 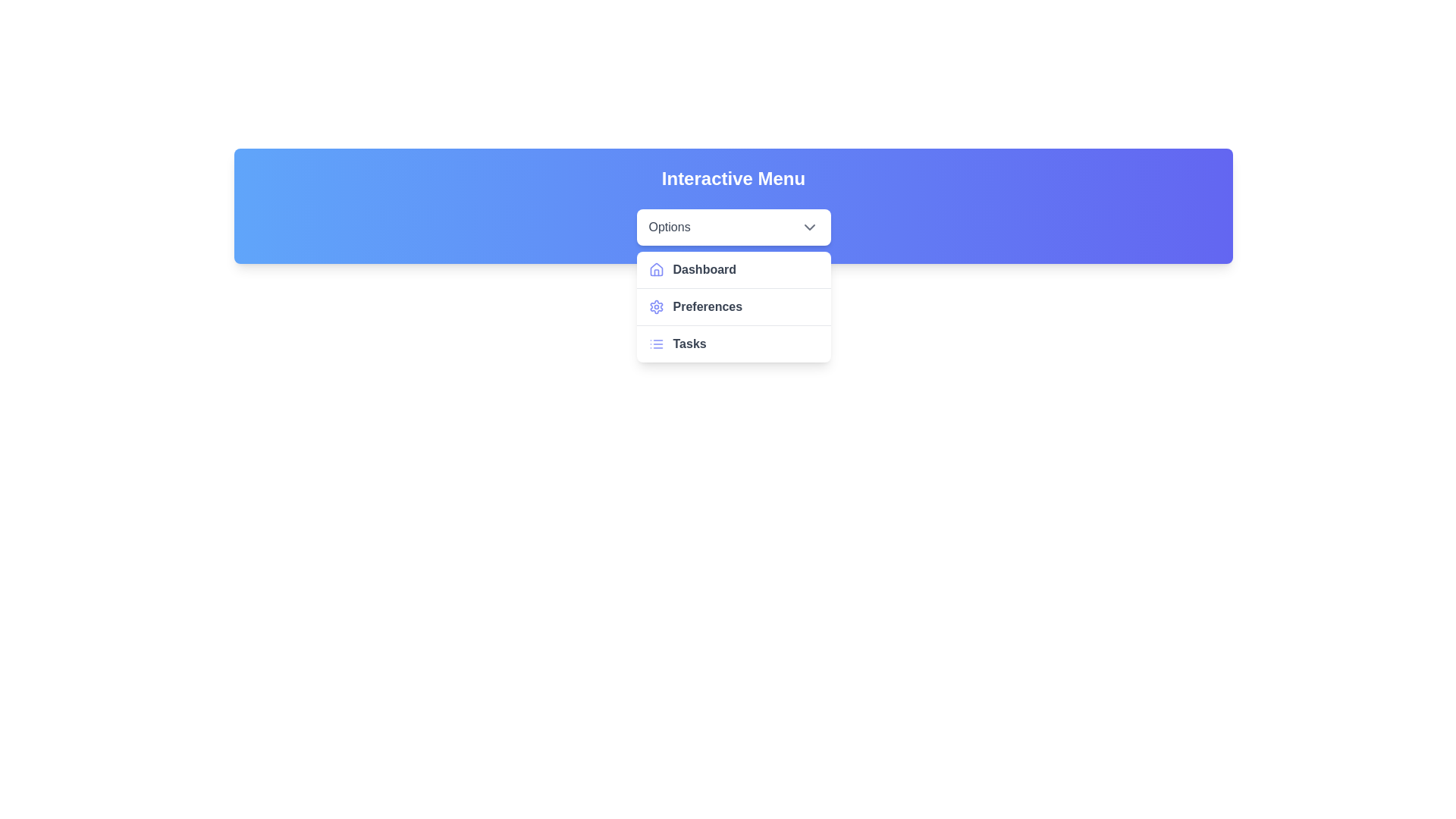 What do you see at coordinates (656, 268) in the screenshot?
I see `the house-shaped icon located inside the dropdown menu under the 'Dashboard' text item` at bounding box center [656, 268].